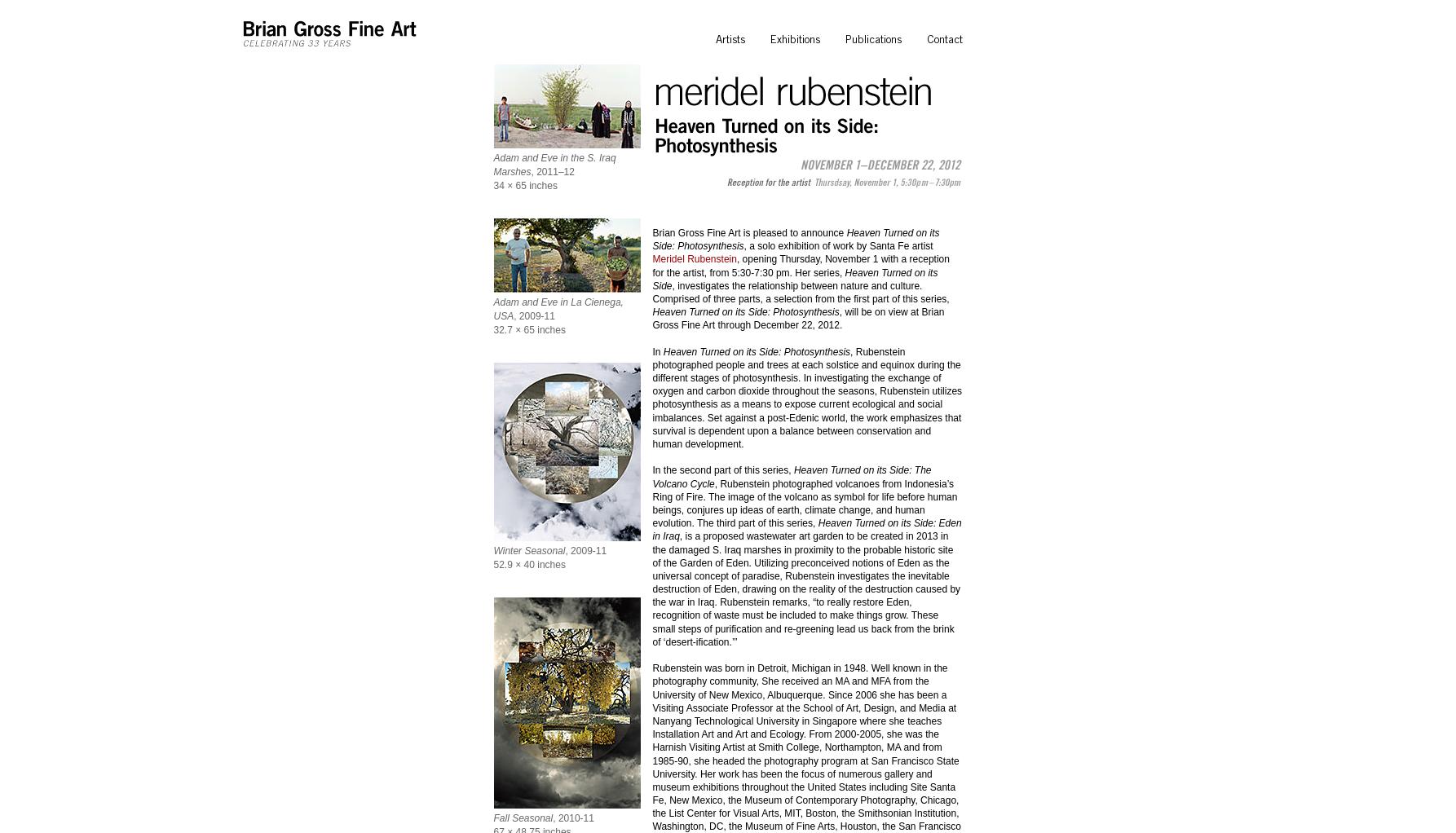 The height and width of the screenshot is (833, 1456). What do you see at coordinates (943, 39) in the screenshot?
I see `'Contact'` at bounding box center [943, 39].